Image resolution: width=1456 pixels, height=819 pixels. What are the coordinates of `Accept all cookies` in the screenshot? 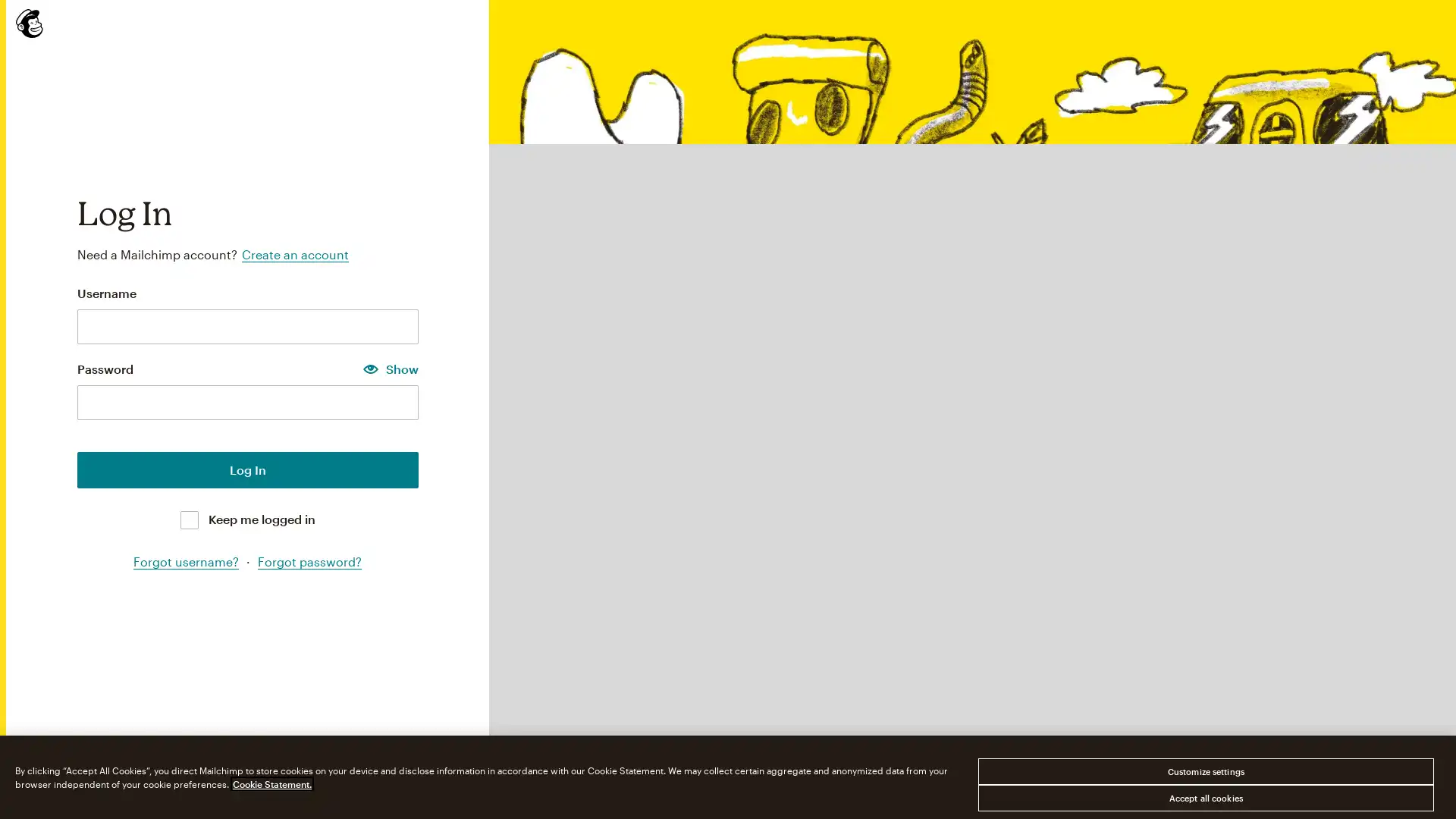 It's located at (1204, 797).